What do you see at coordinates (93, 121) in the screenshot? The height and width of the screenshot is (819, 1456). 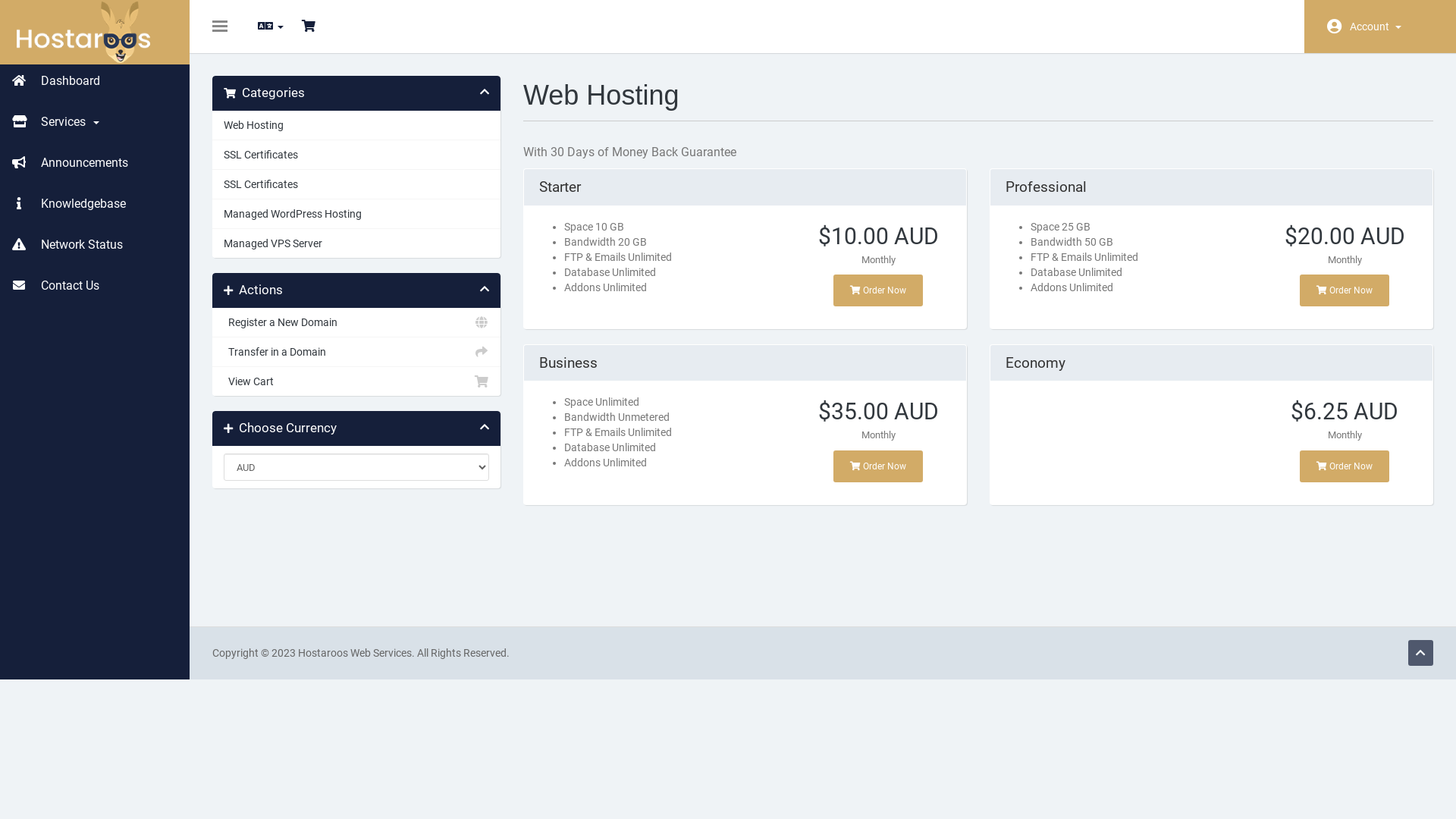 I see `'Services  '` at bounding box center [93, 121].